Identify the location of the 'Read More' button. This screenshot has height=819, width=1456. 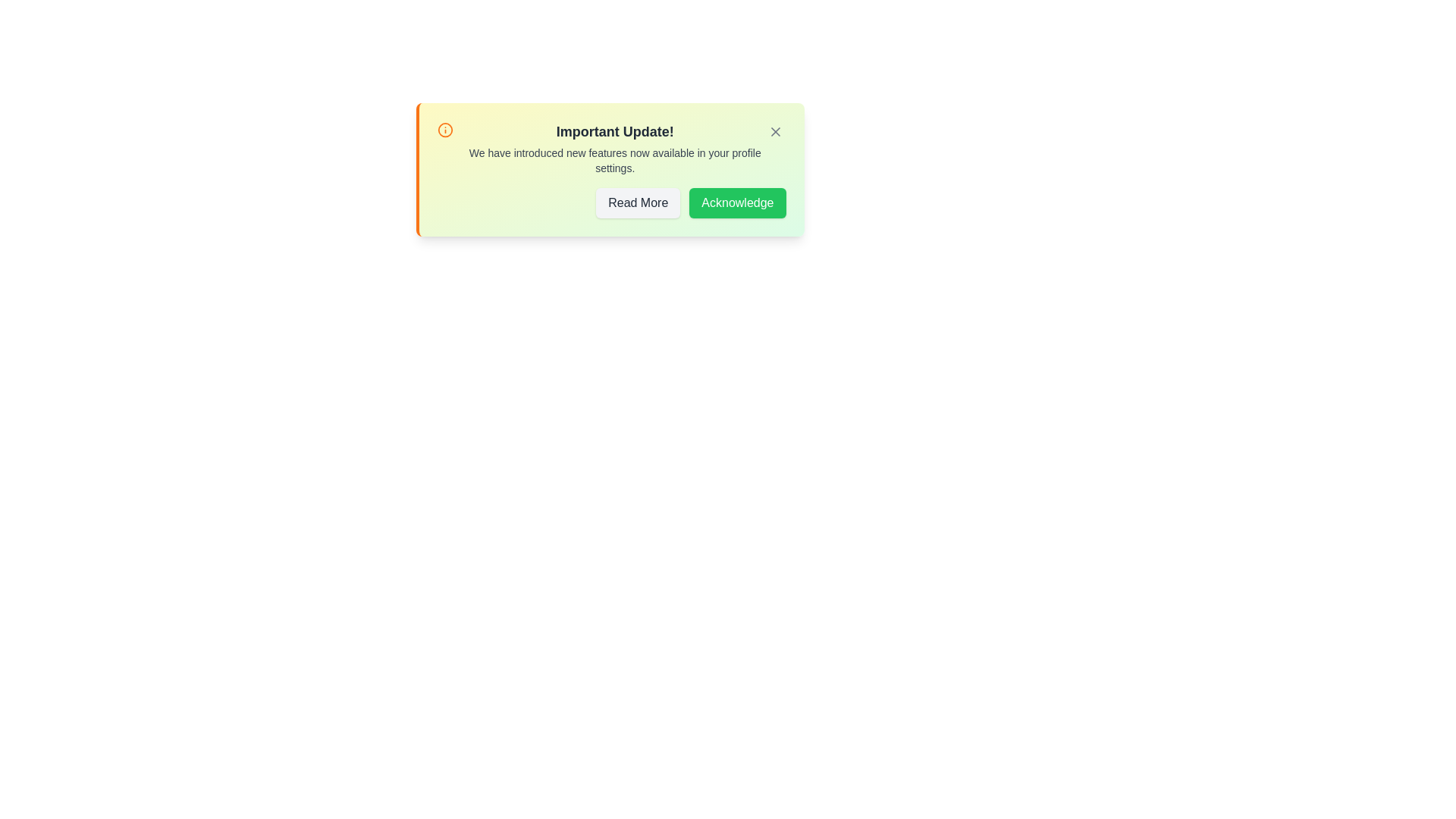
(638, 202).